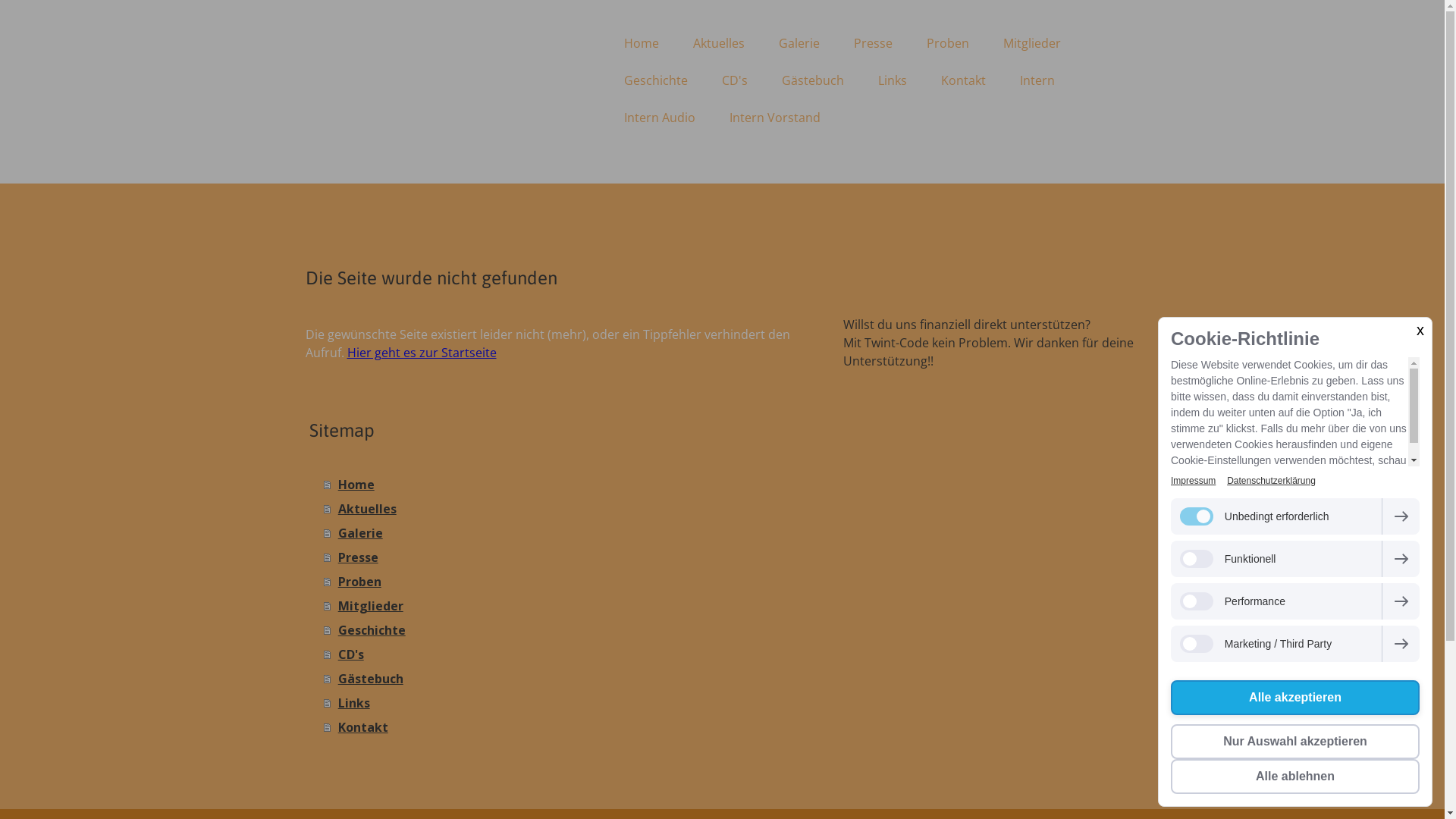 This screenshot has height=819, width=1456. I want to click on 'Hier geht es zur Startseite', so click(346, 353).